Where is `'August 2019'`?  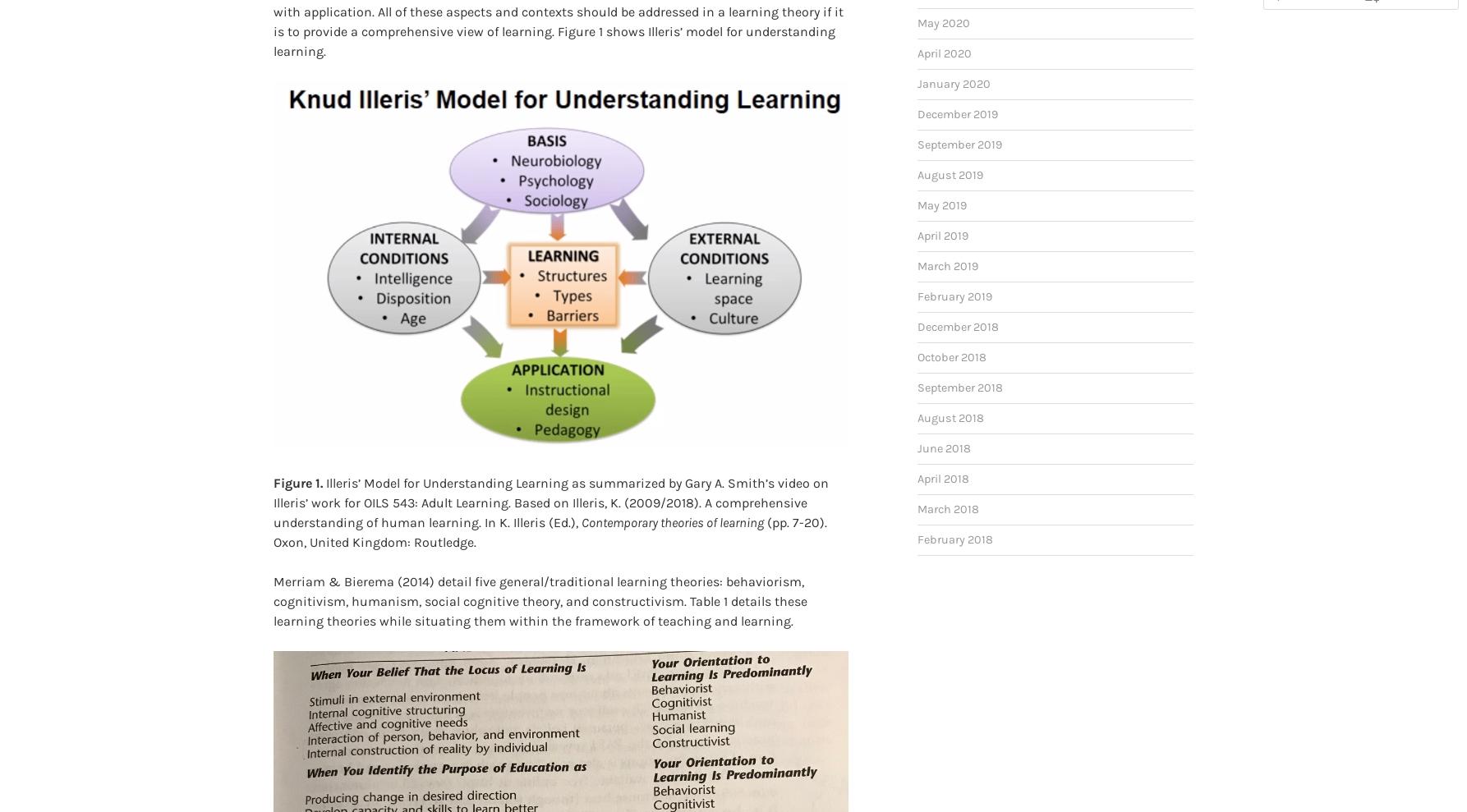
'August 2019' is located at coordinates (949, 149).